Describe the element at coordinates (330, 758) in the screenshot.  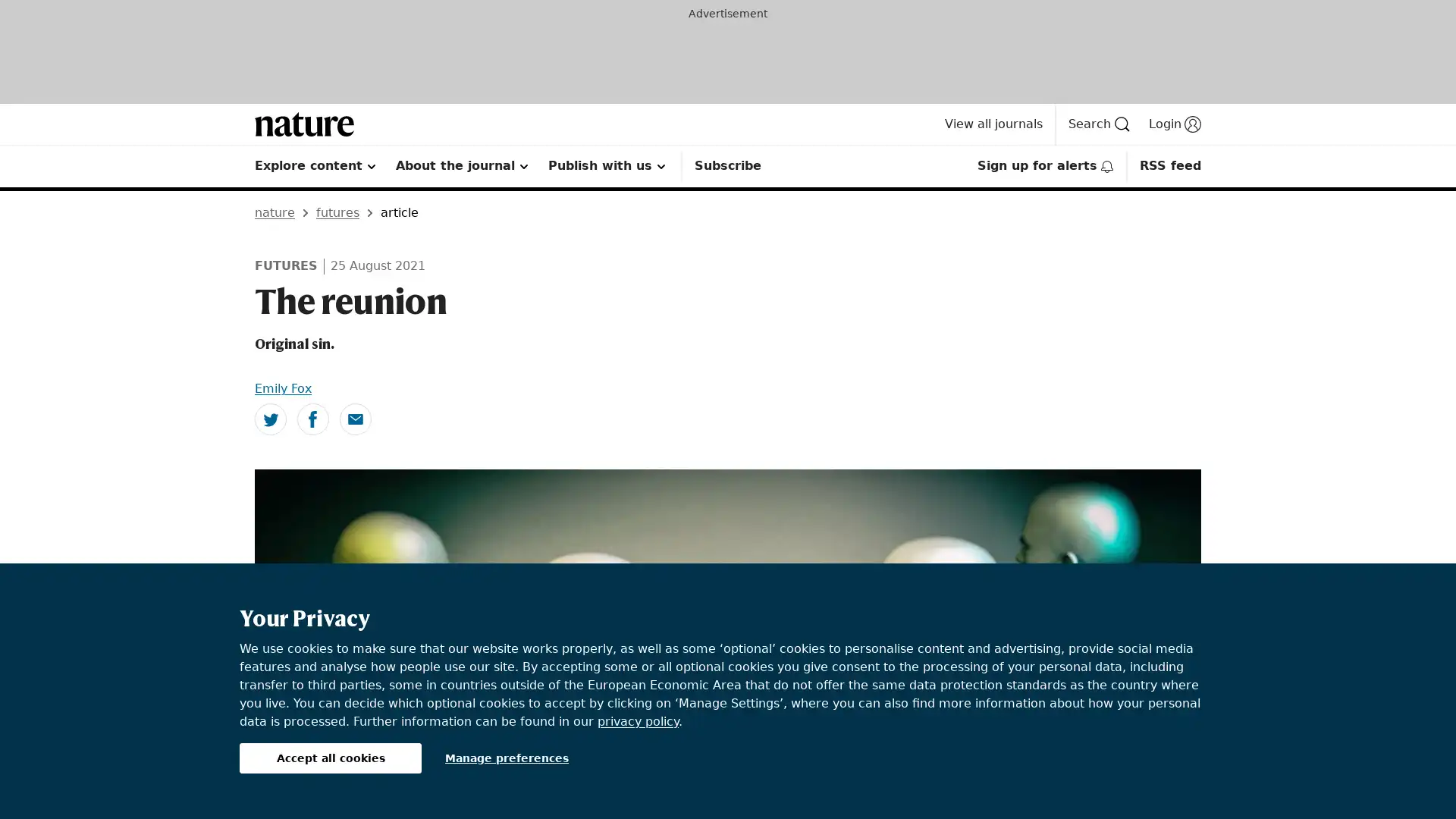
I see `Accept all cookies` at that location.